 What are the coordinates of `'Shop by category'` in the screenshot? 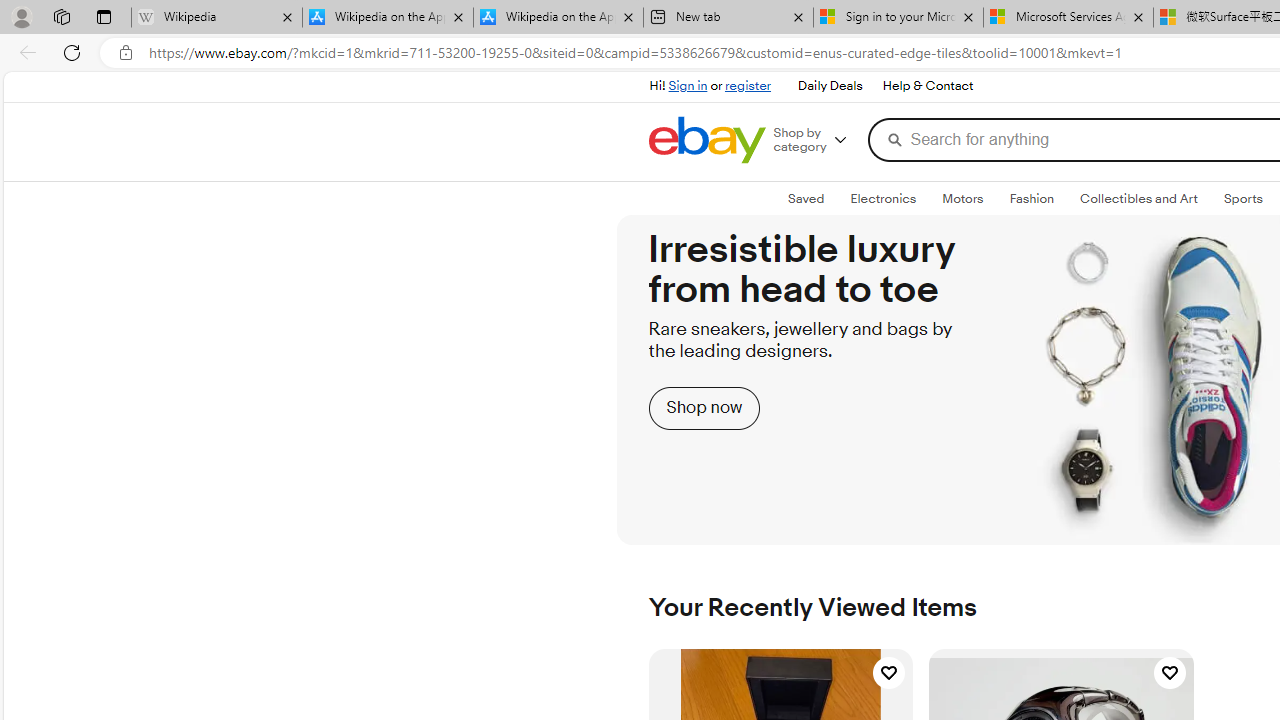 It's located at (817, 139).